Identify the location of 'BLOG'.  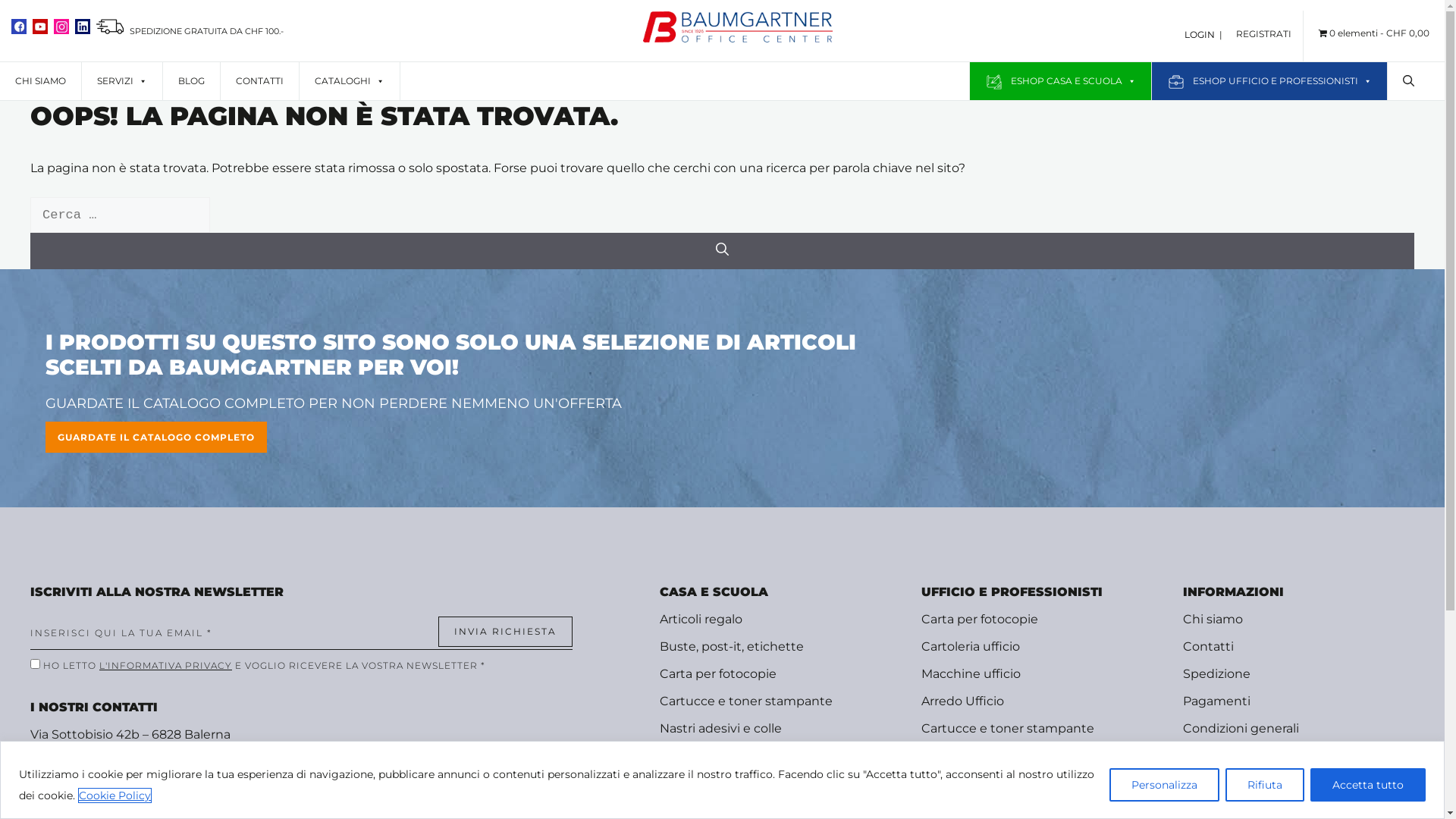
(190, 81).